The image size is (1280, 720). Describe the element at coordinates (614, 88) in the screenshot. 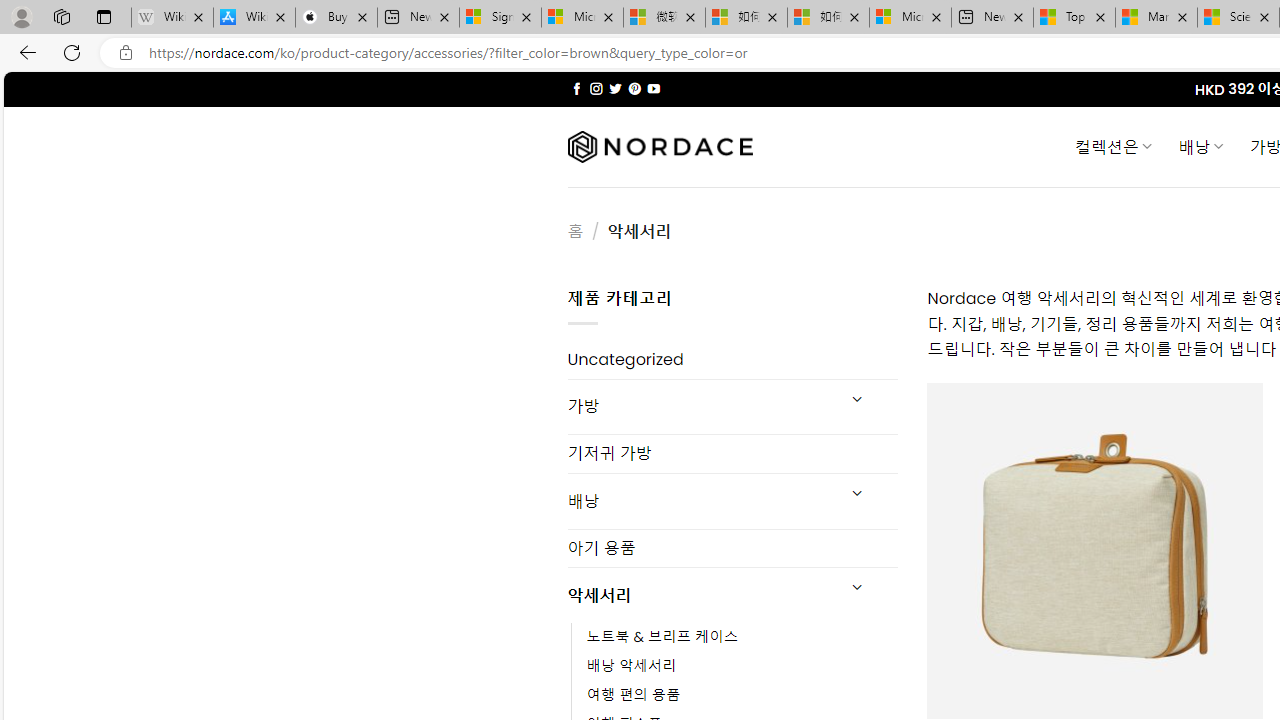

I see `'Follow on Twitter'` at that location.